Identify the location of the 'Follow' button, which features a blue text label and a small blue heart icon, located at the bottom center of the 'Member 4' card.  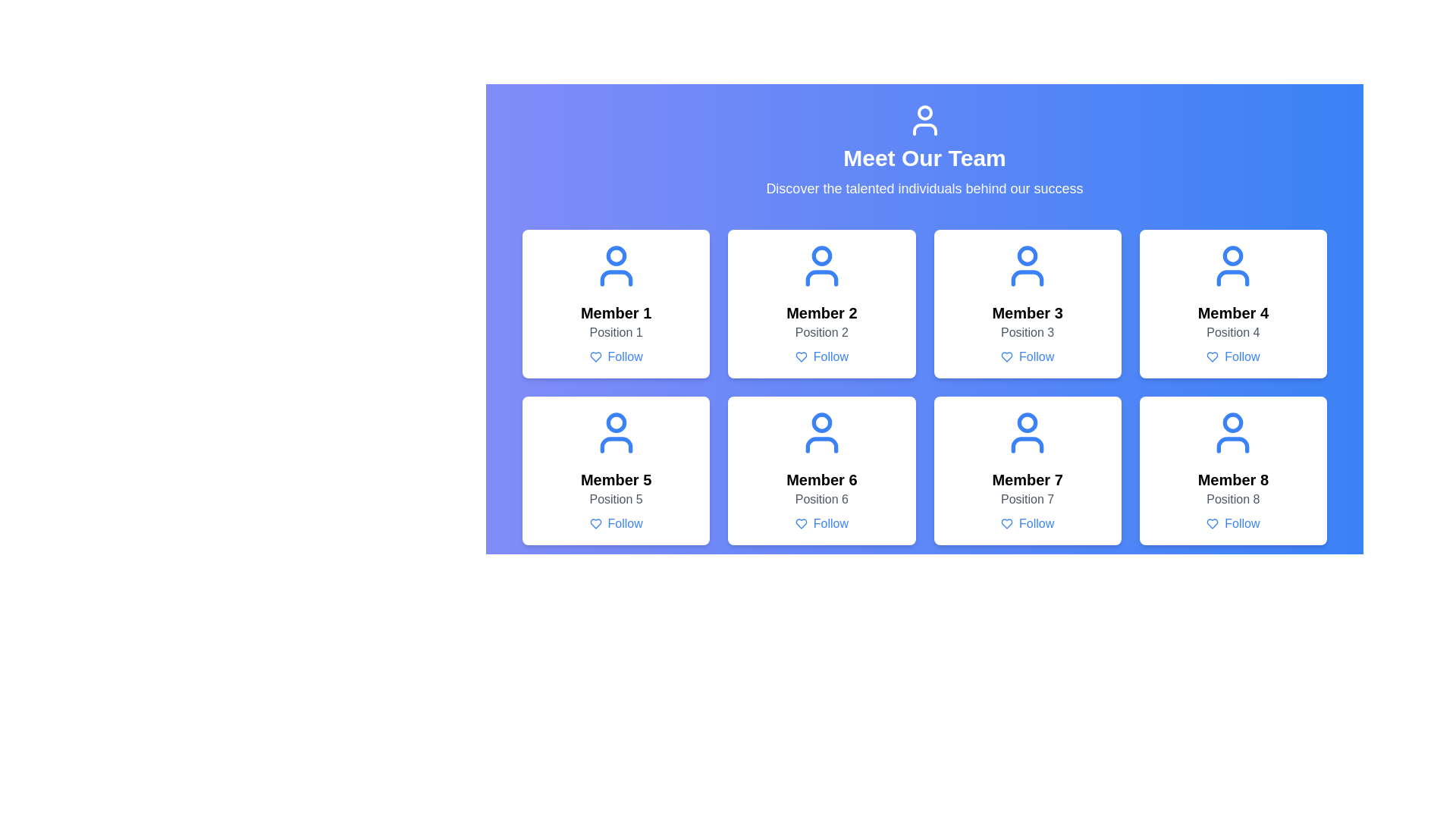
(1233, 356).